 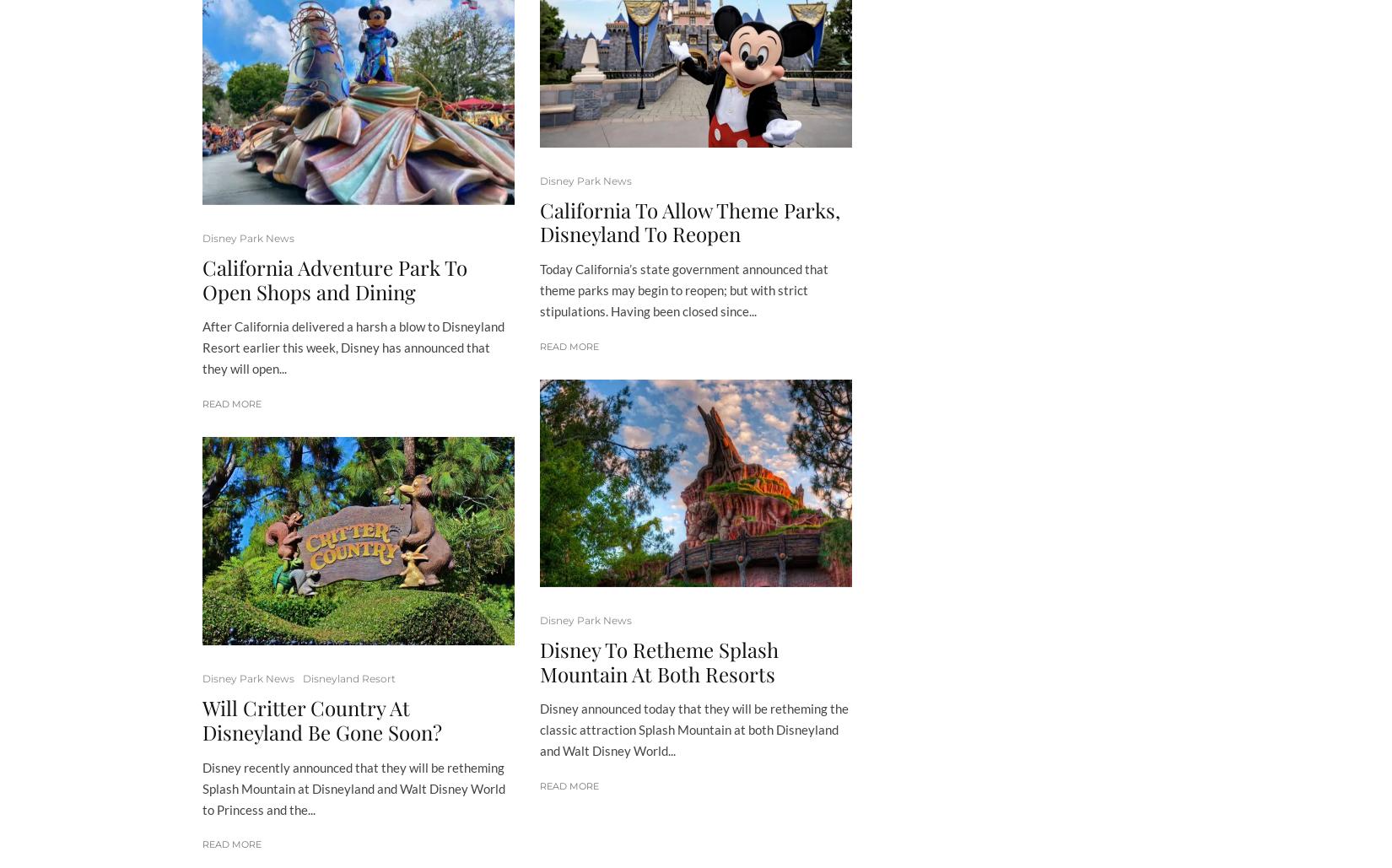 I want to click on 'After California delivered a harsh a blow to Disneyland Resort earlier this week, Disney has announced that they will open...', so click(x=352, y=347).